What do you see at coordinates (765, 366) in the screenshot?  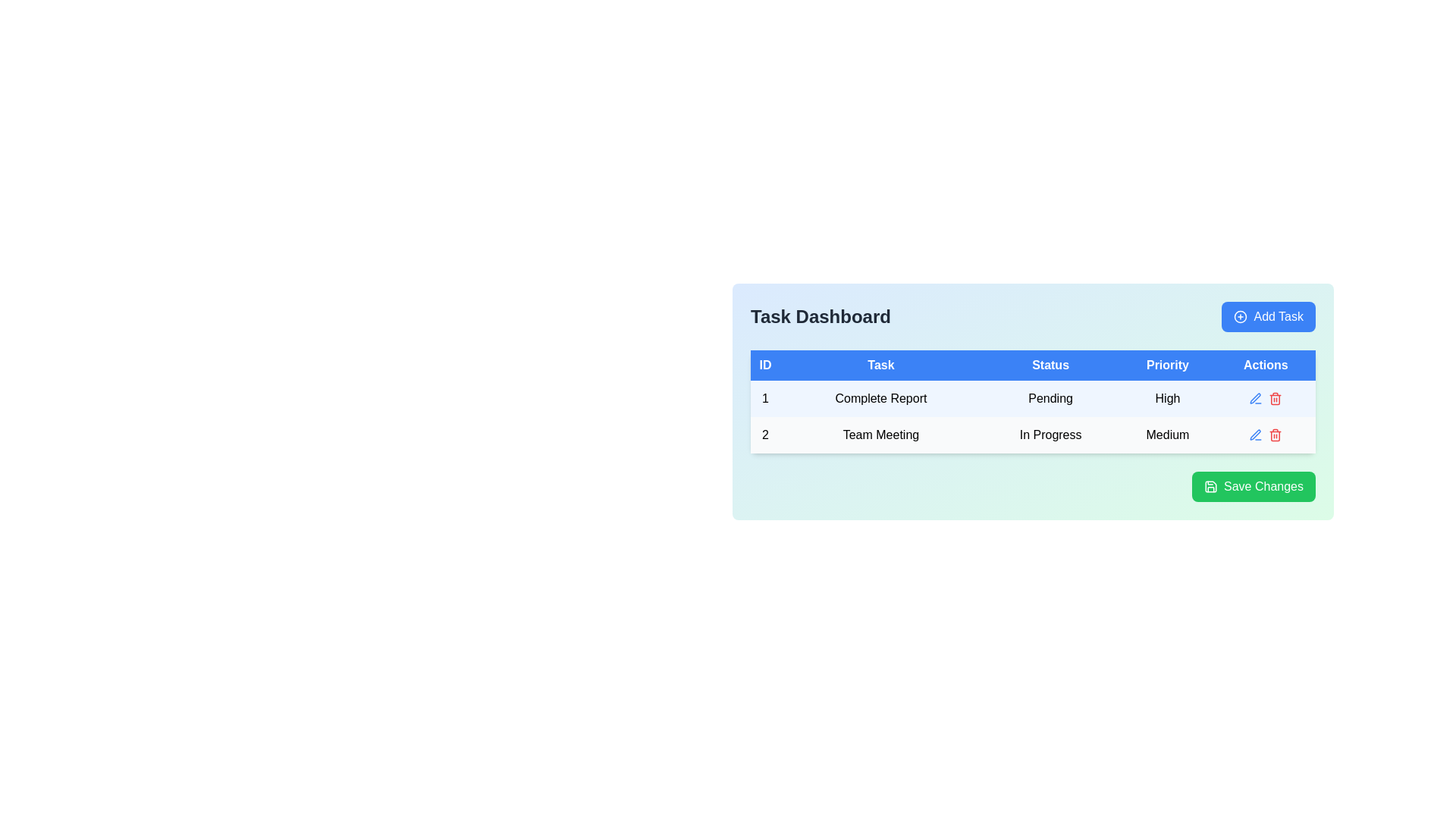 I see `the text label displaying 'ID' in the header row of the table, which is styled with a bold white font on a blue background and located on the far left of the row` at bounding box center [765, 366].